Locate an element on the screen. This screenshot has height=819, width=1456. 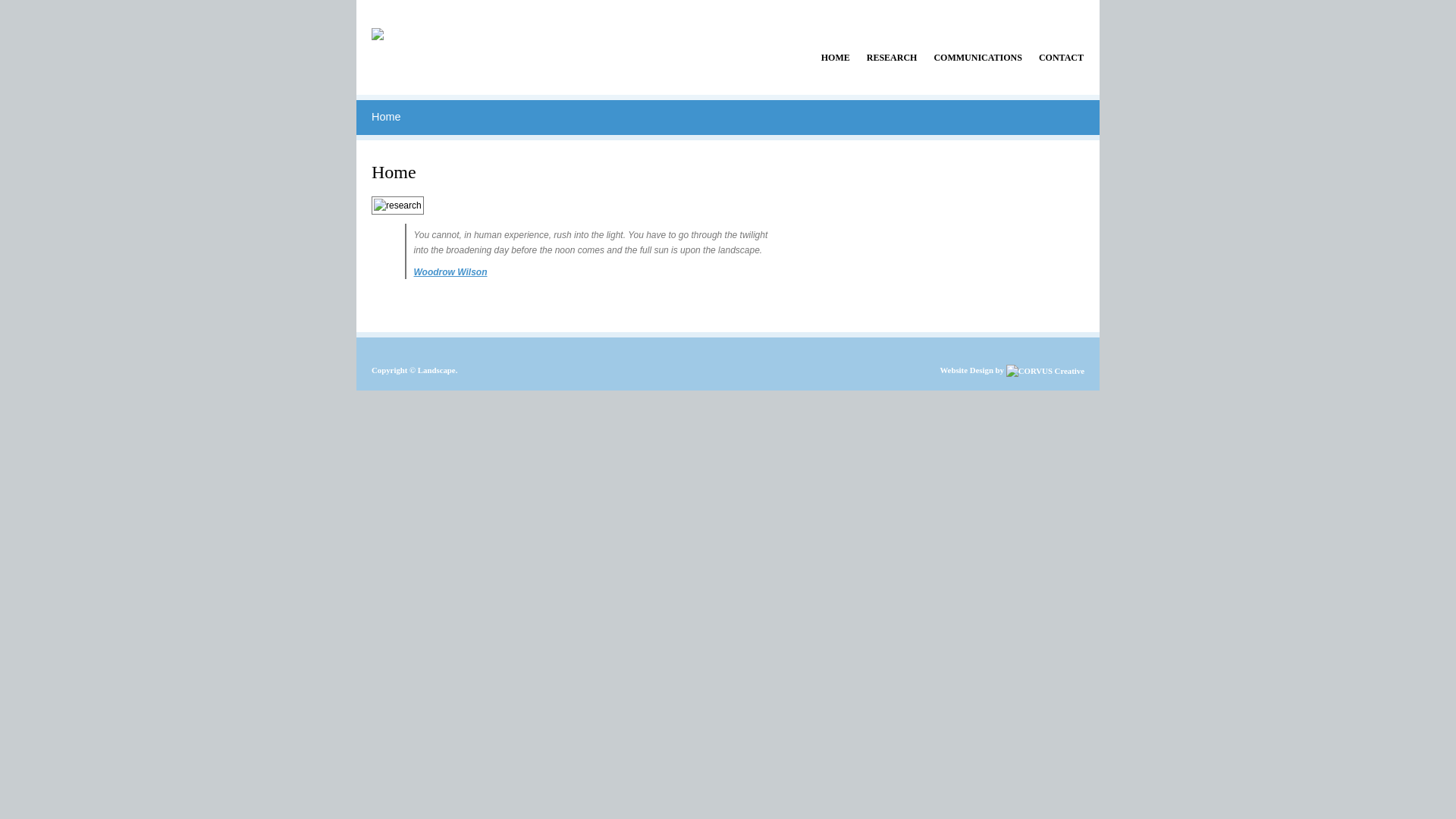
'Home' is located at coordinates (394, 171).